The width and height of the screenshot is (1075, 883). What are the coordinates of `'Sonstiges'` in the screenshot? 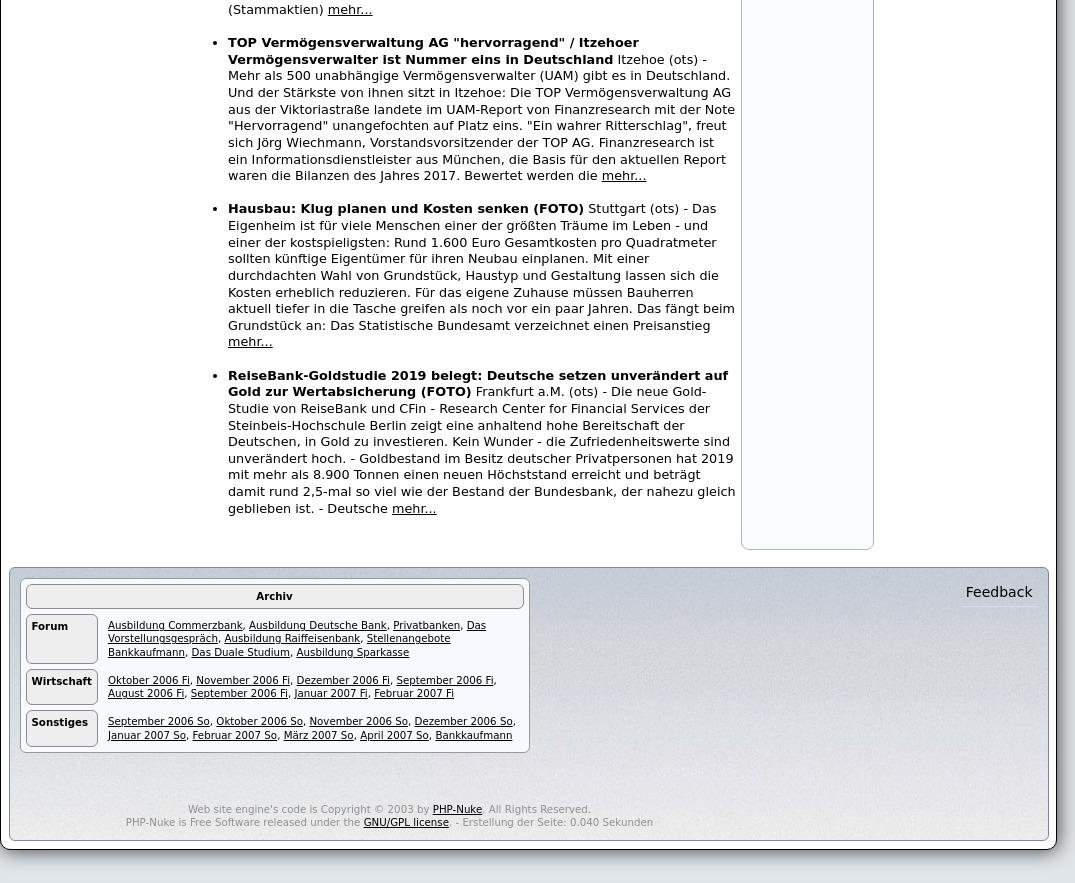 It's located at (59, 721).